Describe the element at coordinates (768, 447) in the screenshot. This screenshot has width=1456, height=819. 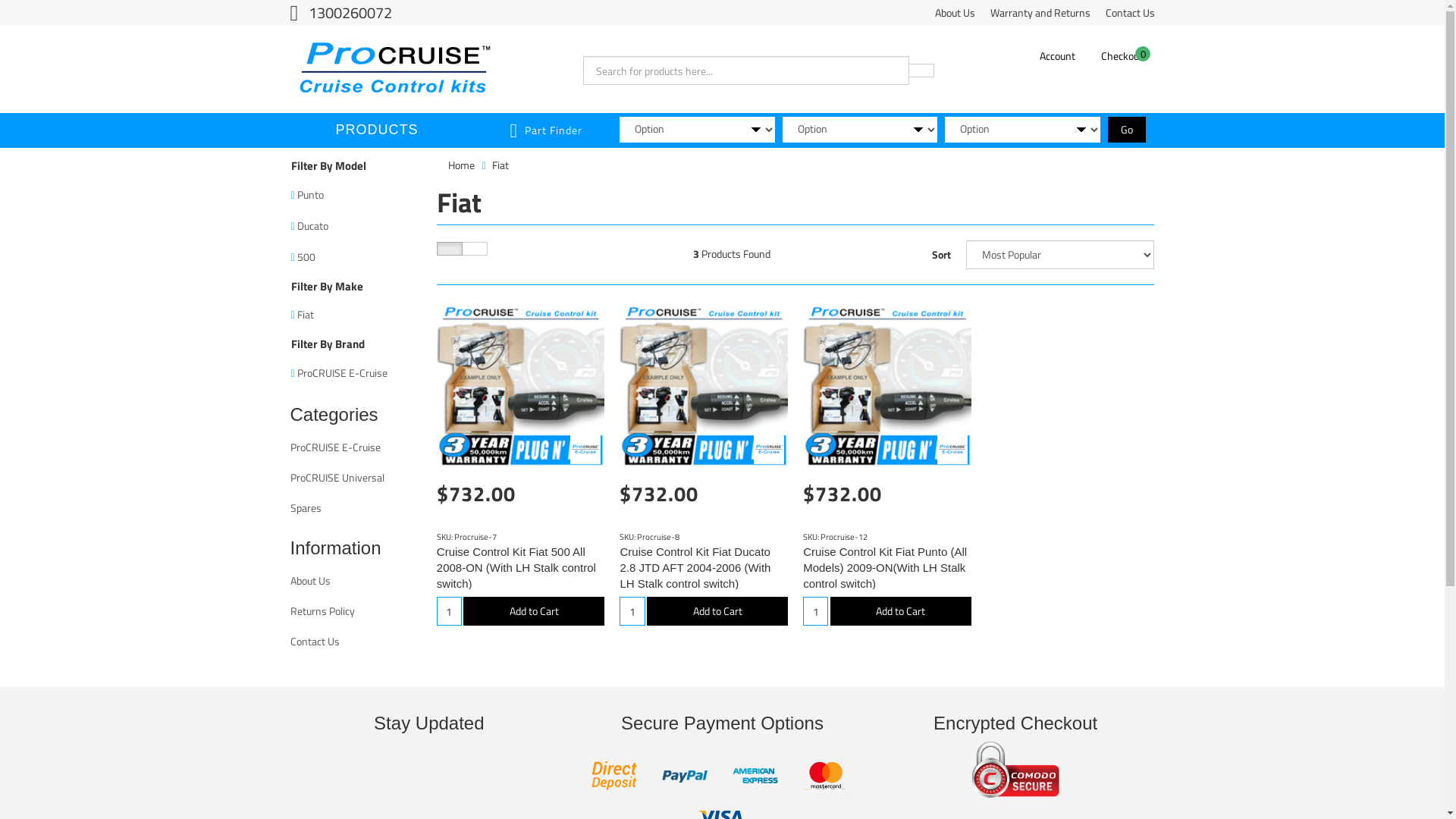
I see `'ProCRUISE E-Cruise'` at that location.